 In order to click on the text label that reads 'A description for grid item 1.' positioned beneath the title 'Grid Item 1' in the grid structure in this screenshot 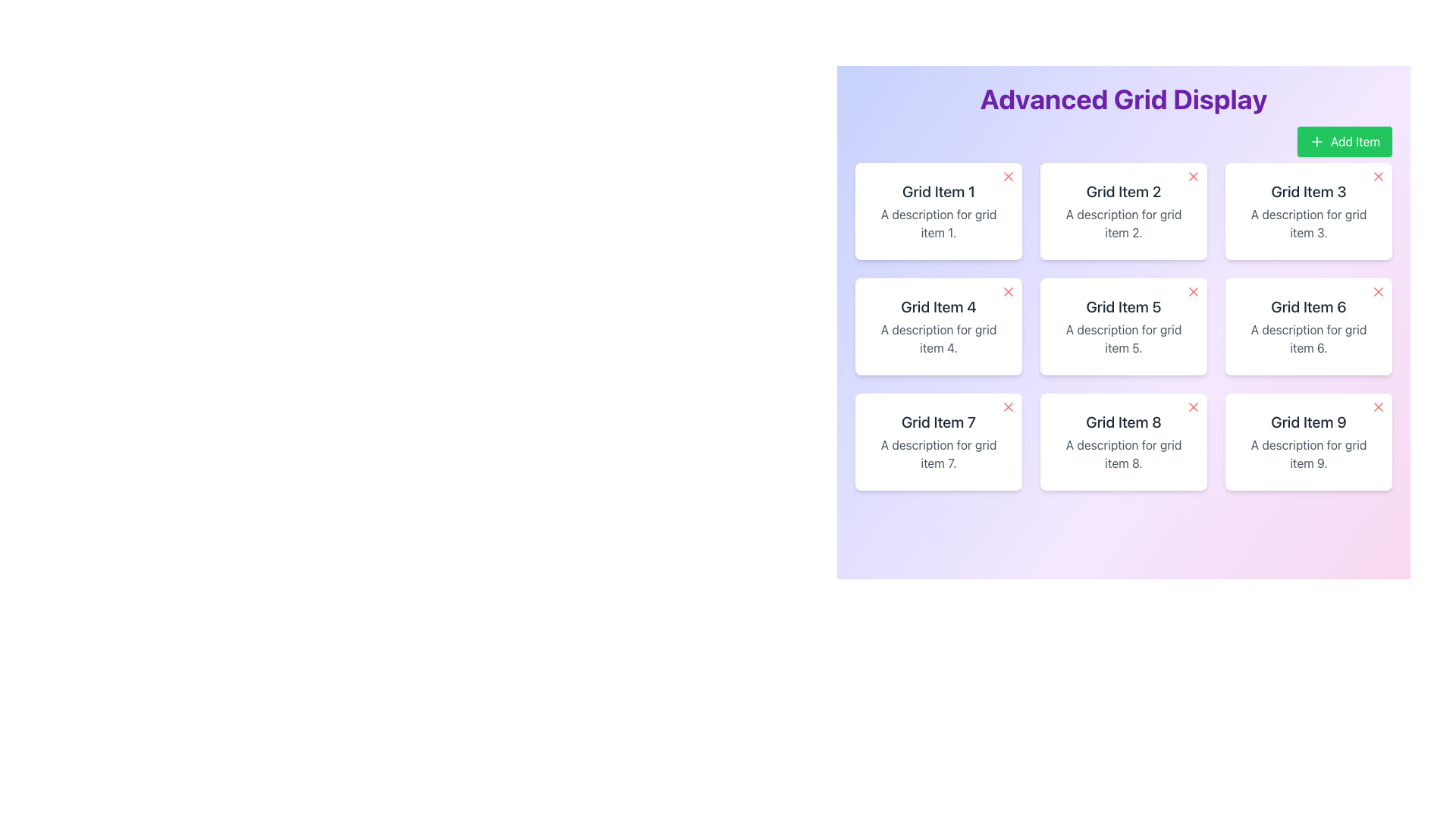, I will do `click(938, 223)`.